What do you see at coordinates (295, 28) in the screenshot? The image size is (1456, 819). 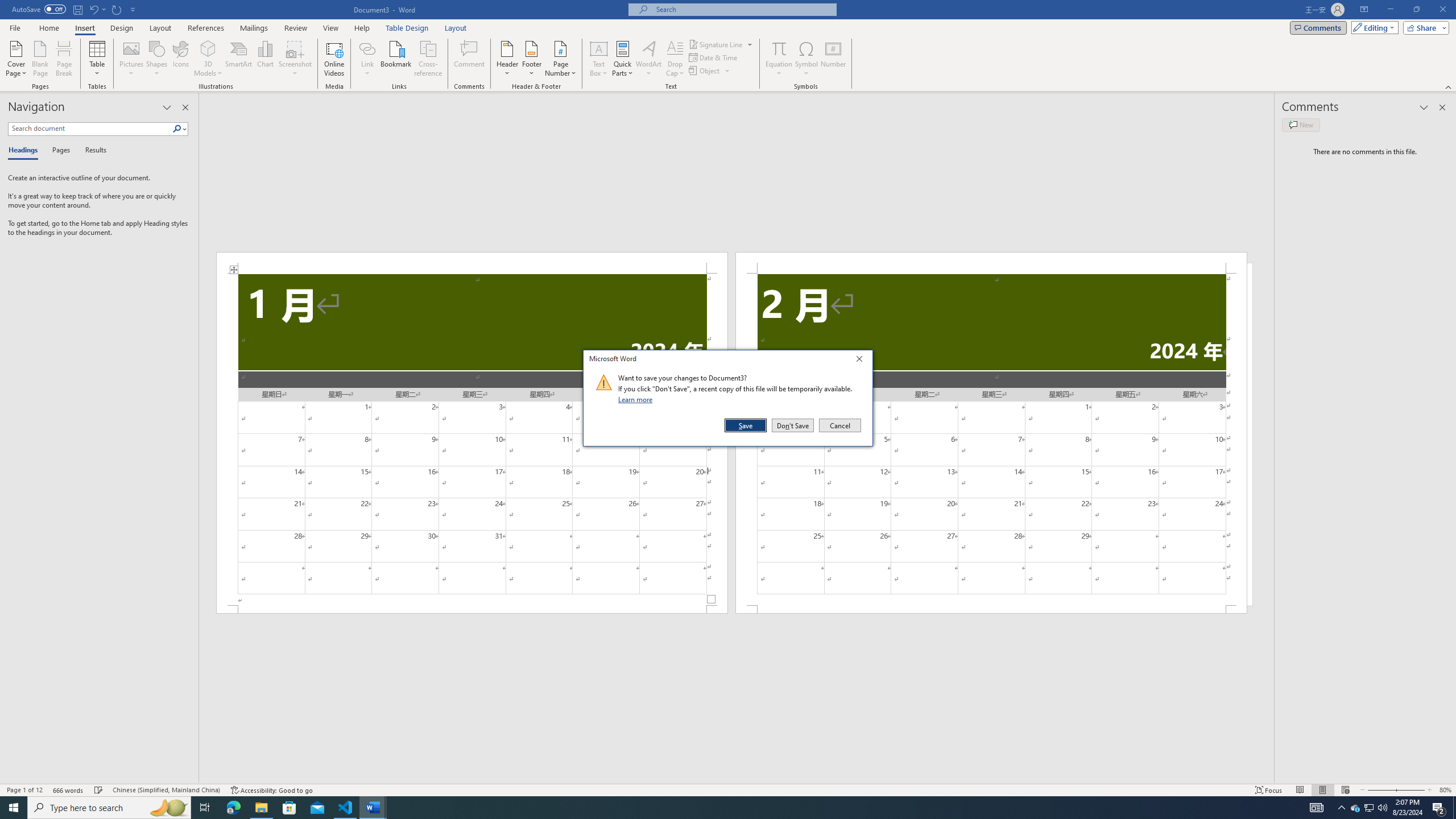 I see `'Review'` at bounding box center [295, 28].